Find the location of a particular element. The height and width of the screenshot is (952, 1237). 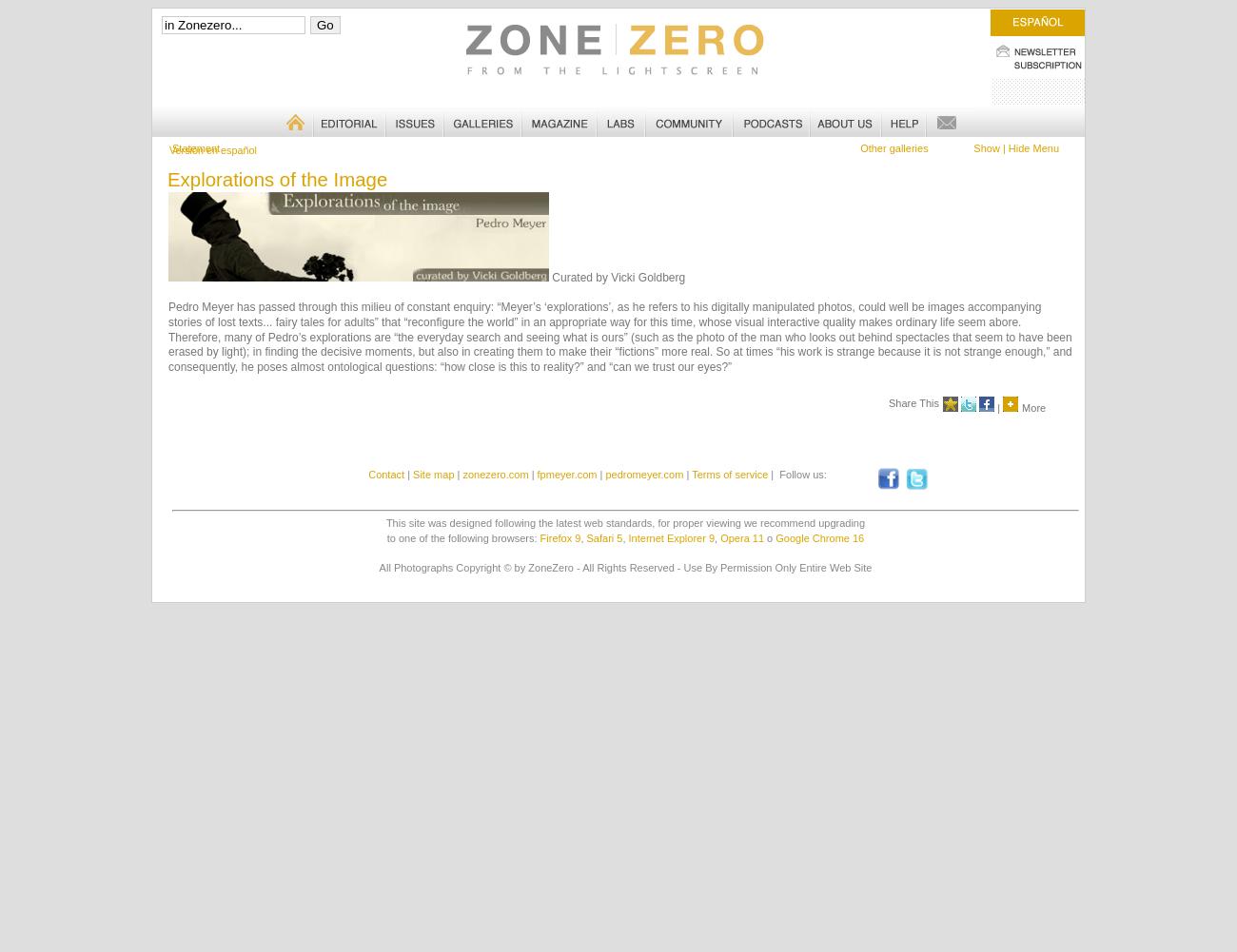

'Galleries' is located at coordinates (442, 111).